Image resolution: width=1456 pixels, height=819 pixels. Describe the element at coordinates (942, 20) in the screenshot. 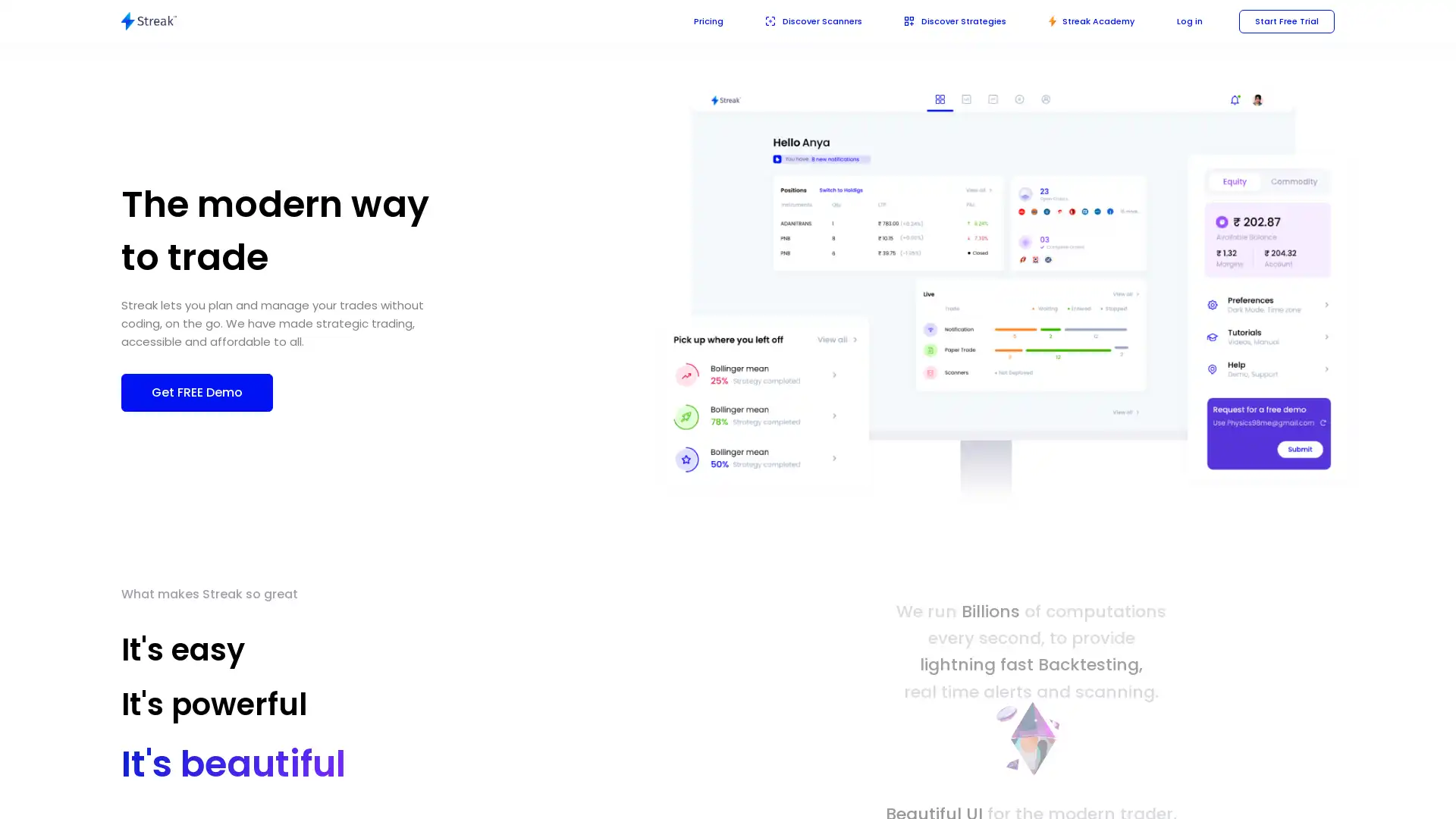

I see `Discover Strategies` at that location.